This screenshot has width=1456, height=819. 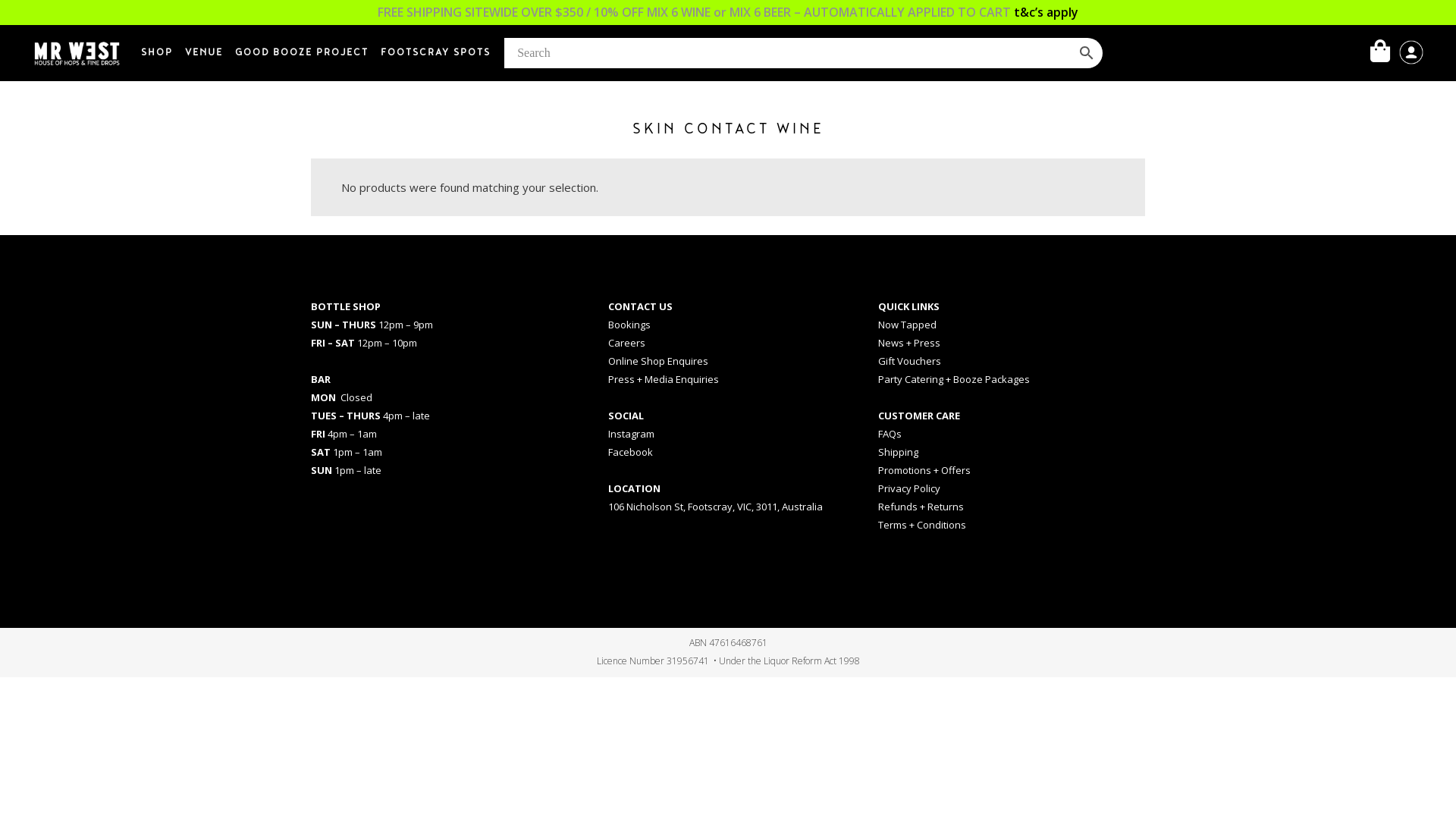 I want to click on 'My Cart', so click(x=1383, y=50).